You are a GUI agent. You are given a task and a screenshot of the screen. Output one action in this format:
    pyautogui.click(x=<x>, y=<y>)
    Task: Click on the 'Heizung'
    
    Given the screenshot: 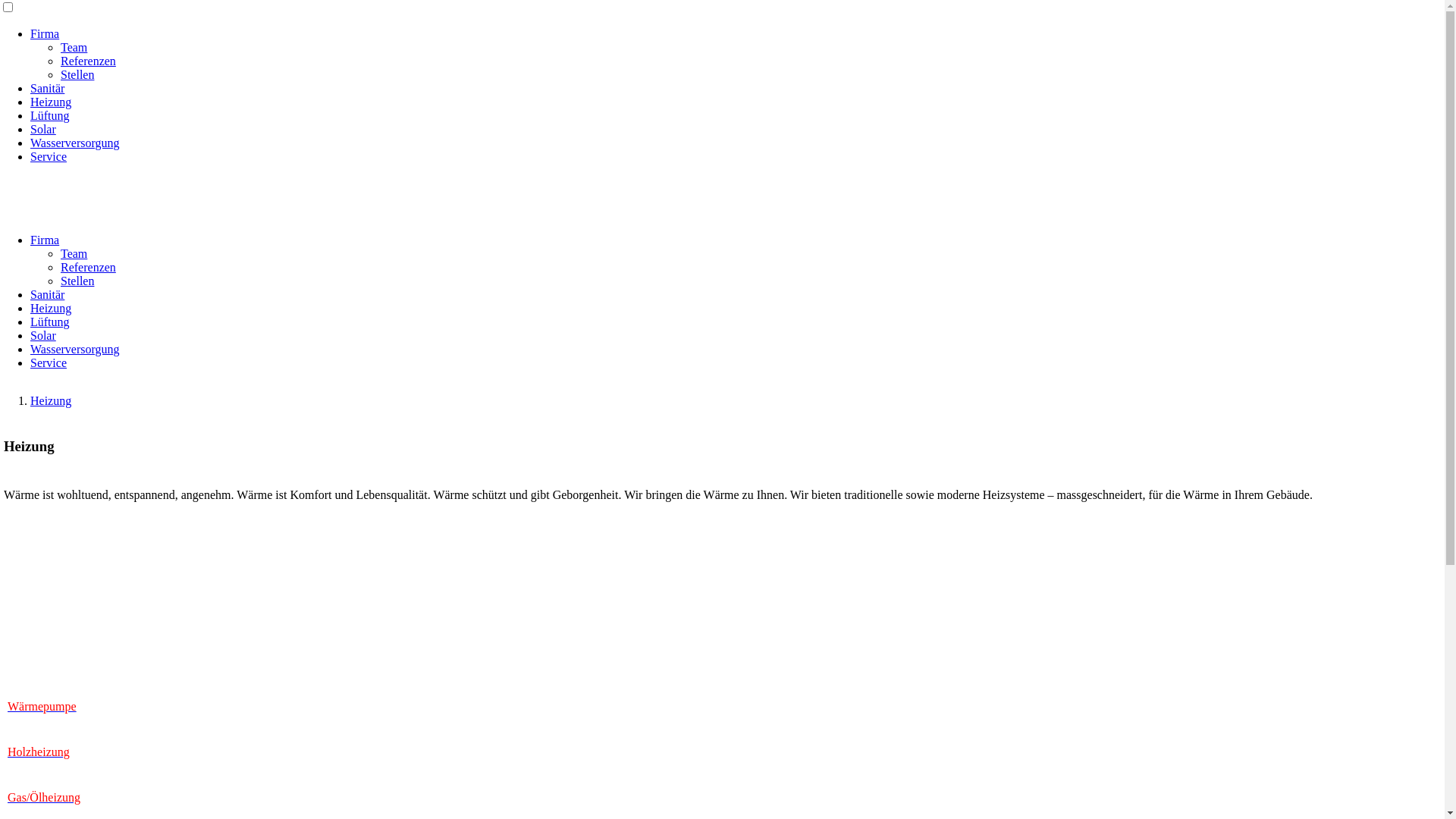 What is the action you would take?
    pyautogui.click(x=51, y=400)
    